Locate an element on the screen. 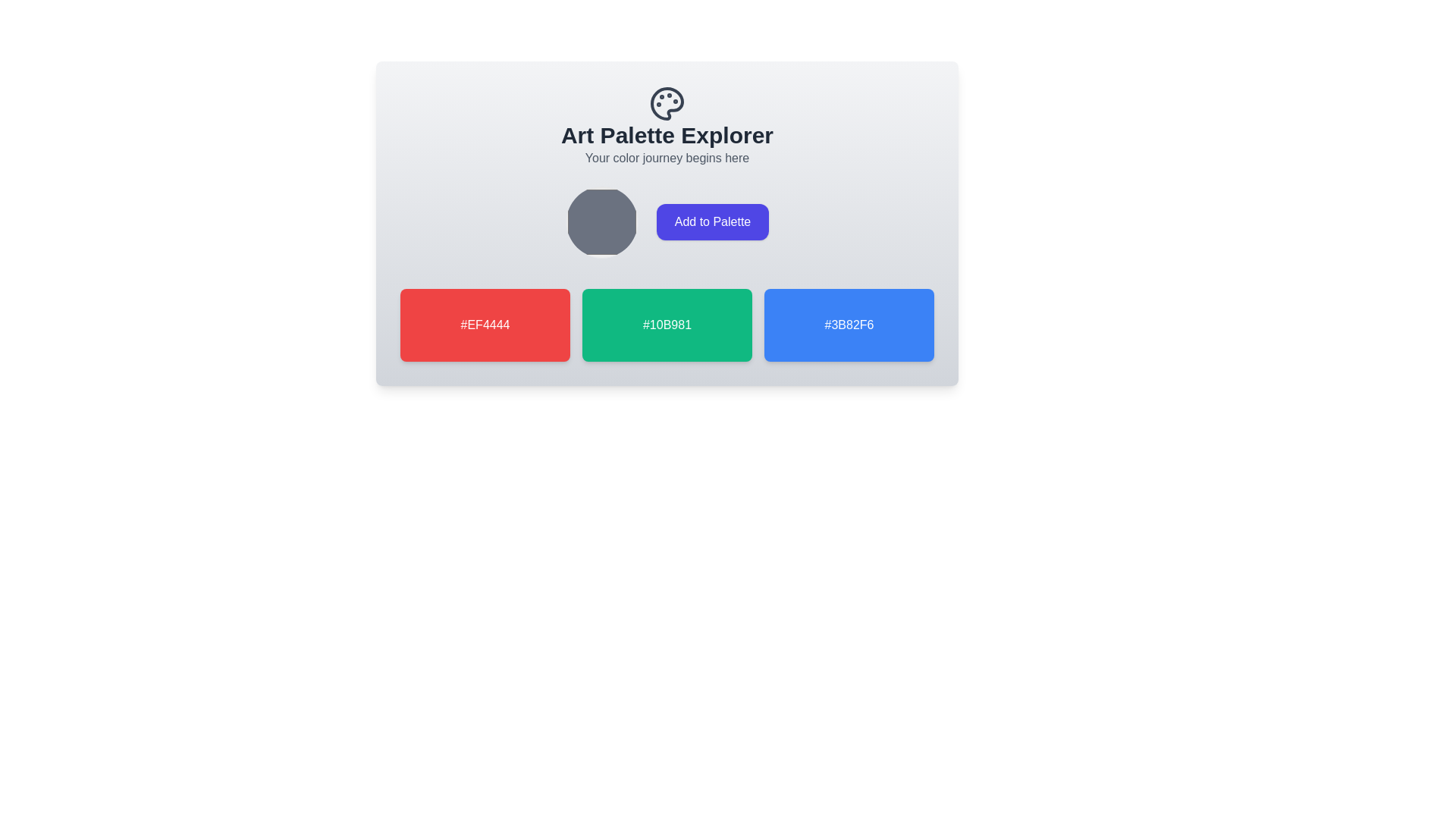 The image size is (1456, 819). the text label that reads 'Your color journey begins here', which is styled with a medium font weight and gray color, located below the 'Art Palette Explorer' title in the header area is located at coordinates (667, 158).